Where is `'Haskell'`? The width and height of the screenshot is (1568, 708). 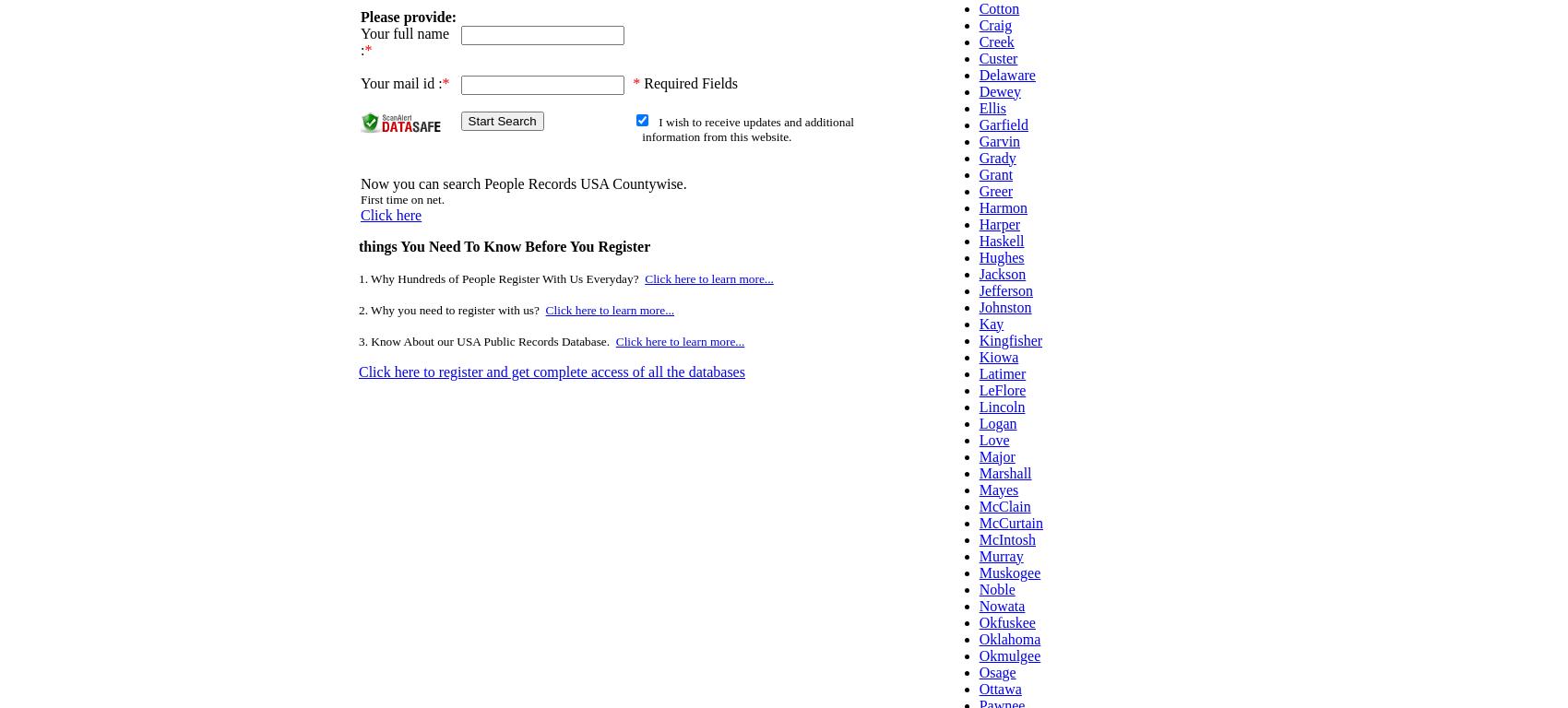 'Haskell' is located at coordinates (1001, 239).